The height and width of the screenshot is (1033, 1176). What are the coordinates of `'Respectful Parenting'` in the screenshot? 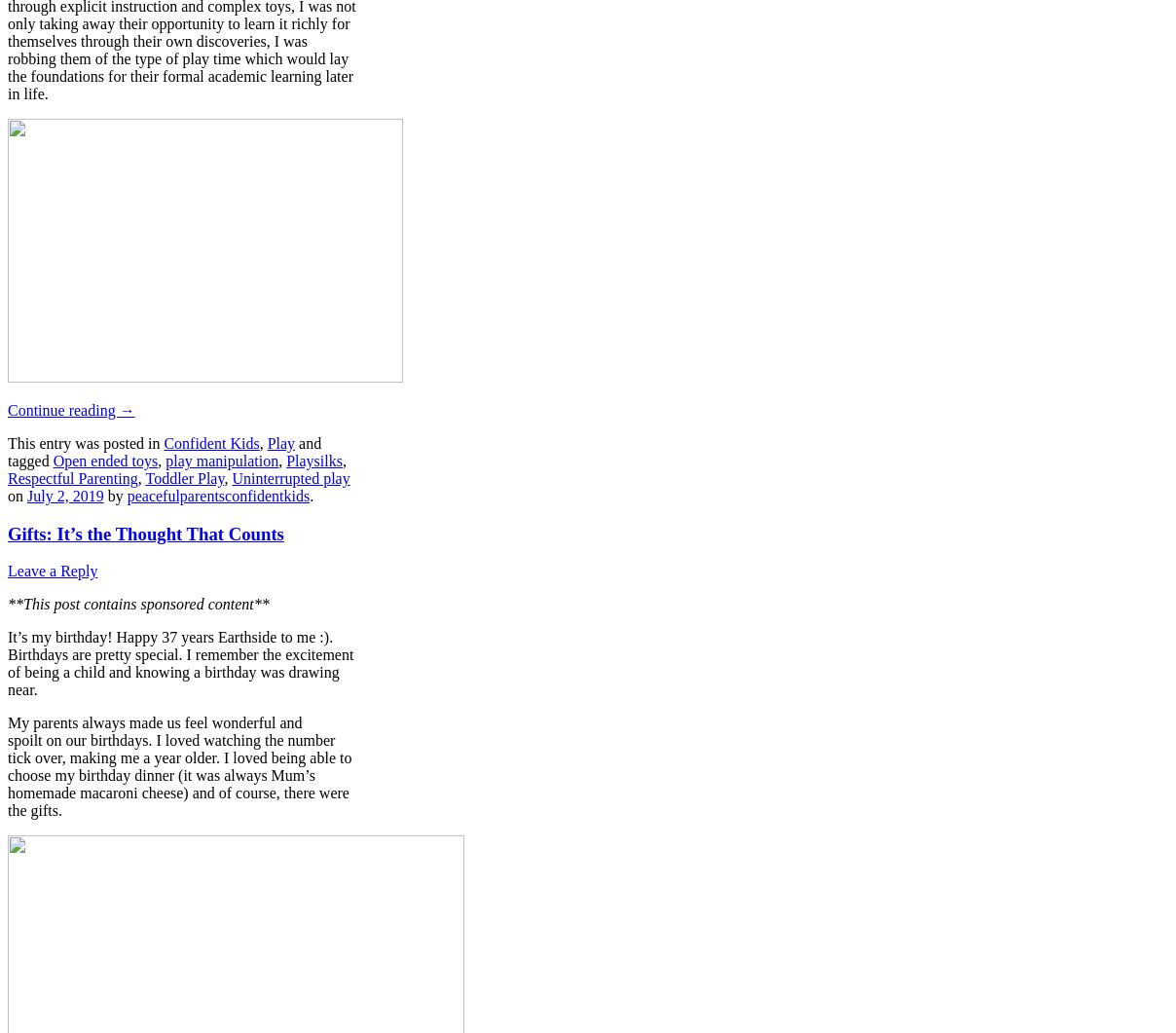 It's located at (6, 477).